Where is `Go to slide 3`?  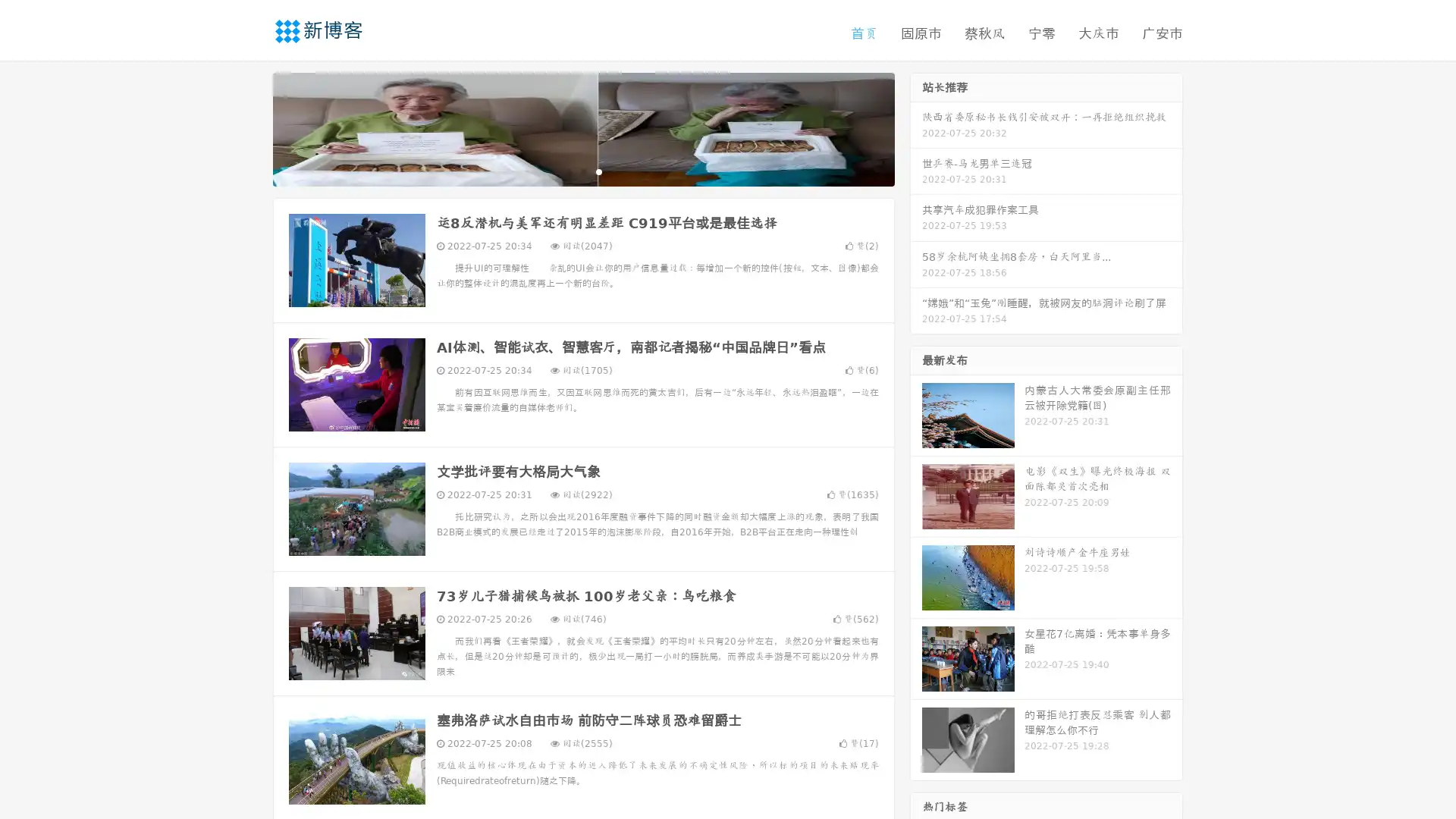
Go to slide 3 is located at coordinates (598, 171).